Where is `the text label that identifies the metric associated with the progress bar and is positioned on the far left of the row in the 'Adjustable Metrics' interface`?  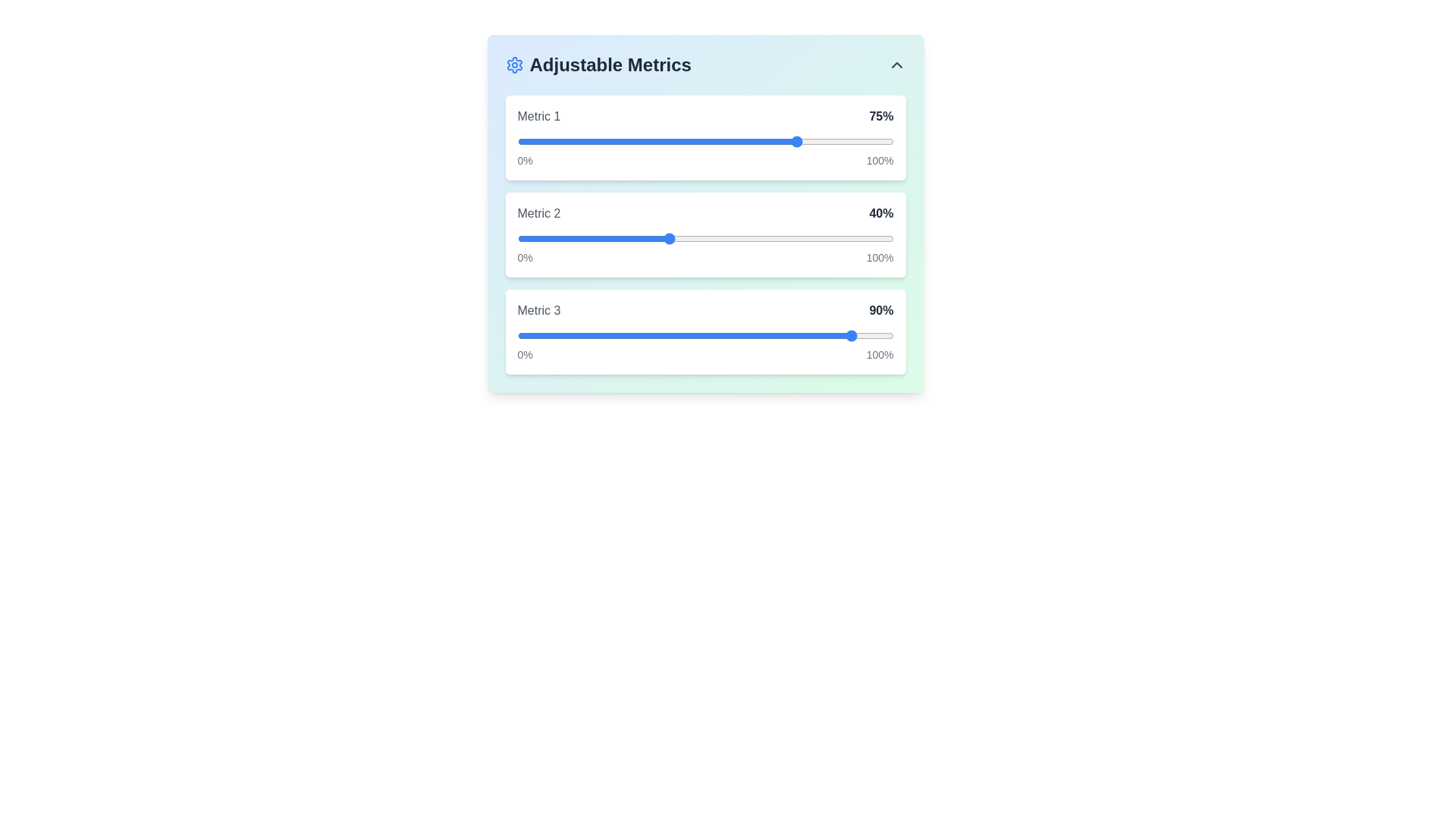 the text label that identifies the metric associated with the progress bar and is positioned on the far left of the row in the 'Adjustable Metrics' interface is located at coordinates (538, 116).